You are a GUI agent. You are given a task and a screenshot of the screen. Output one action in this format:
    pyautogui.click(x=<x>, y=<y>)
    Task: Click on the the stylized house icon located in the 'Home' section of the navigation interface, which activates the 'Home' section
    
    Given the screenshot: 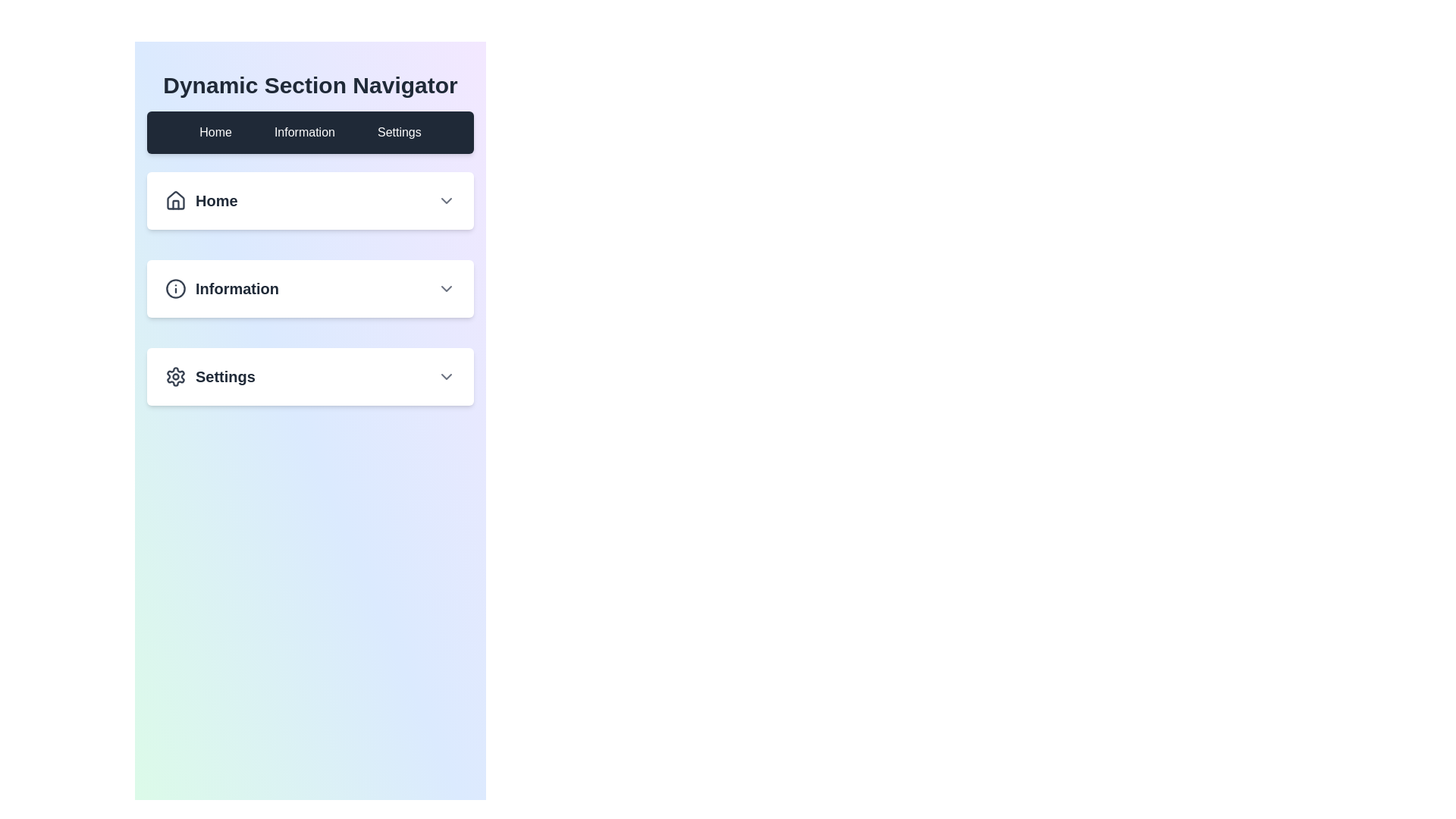 What is the action you would take?
    pyautogui.click(x=175, y=205)
    